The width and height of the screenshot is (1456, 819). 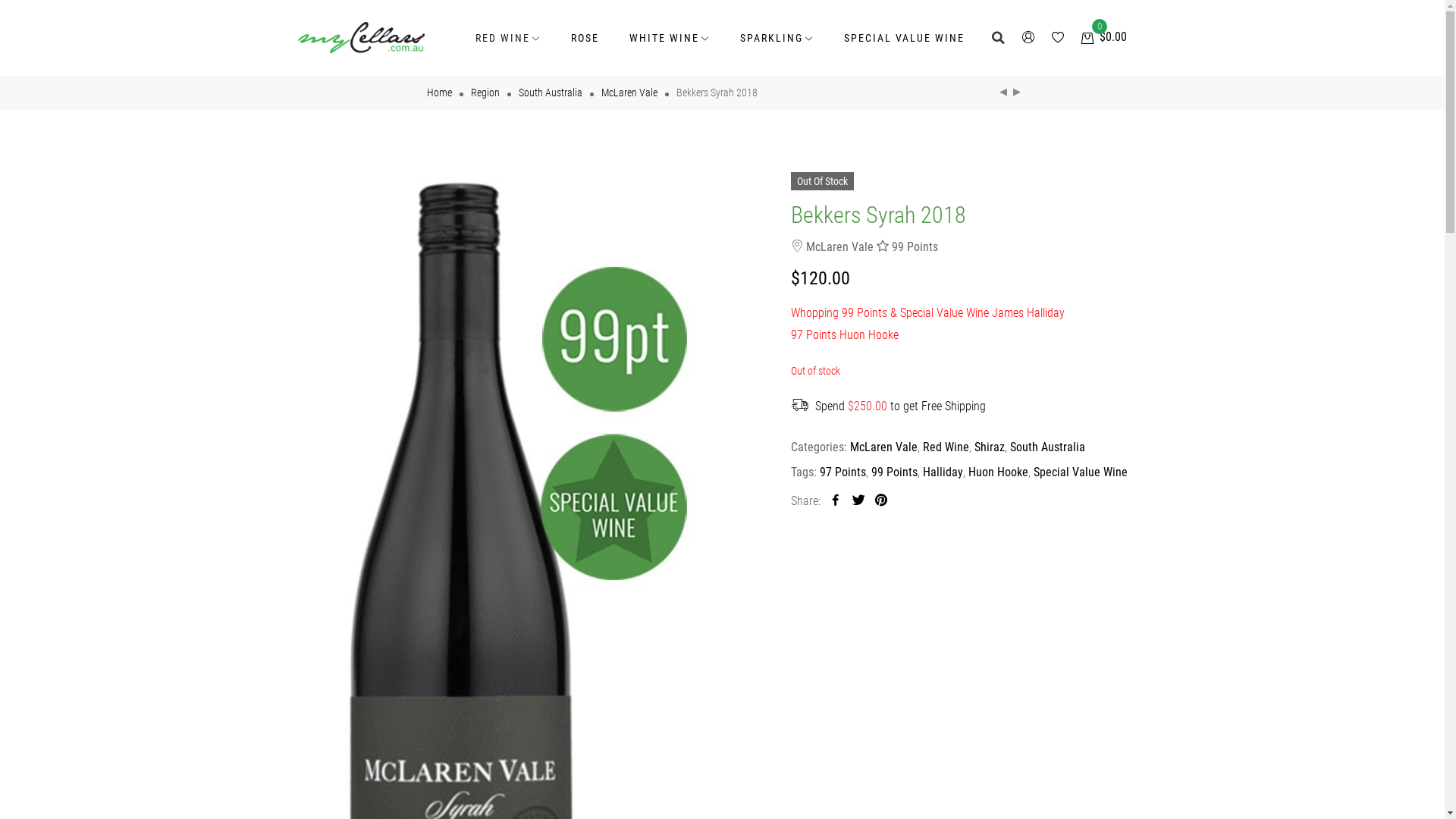 What do you see at coordinates (858, 500) in the screenshot?
I see `'Share to twitter'` at bounding box center [858, 500].